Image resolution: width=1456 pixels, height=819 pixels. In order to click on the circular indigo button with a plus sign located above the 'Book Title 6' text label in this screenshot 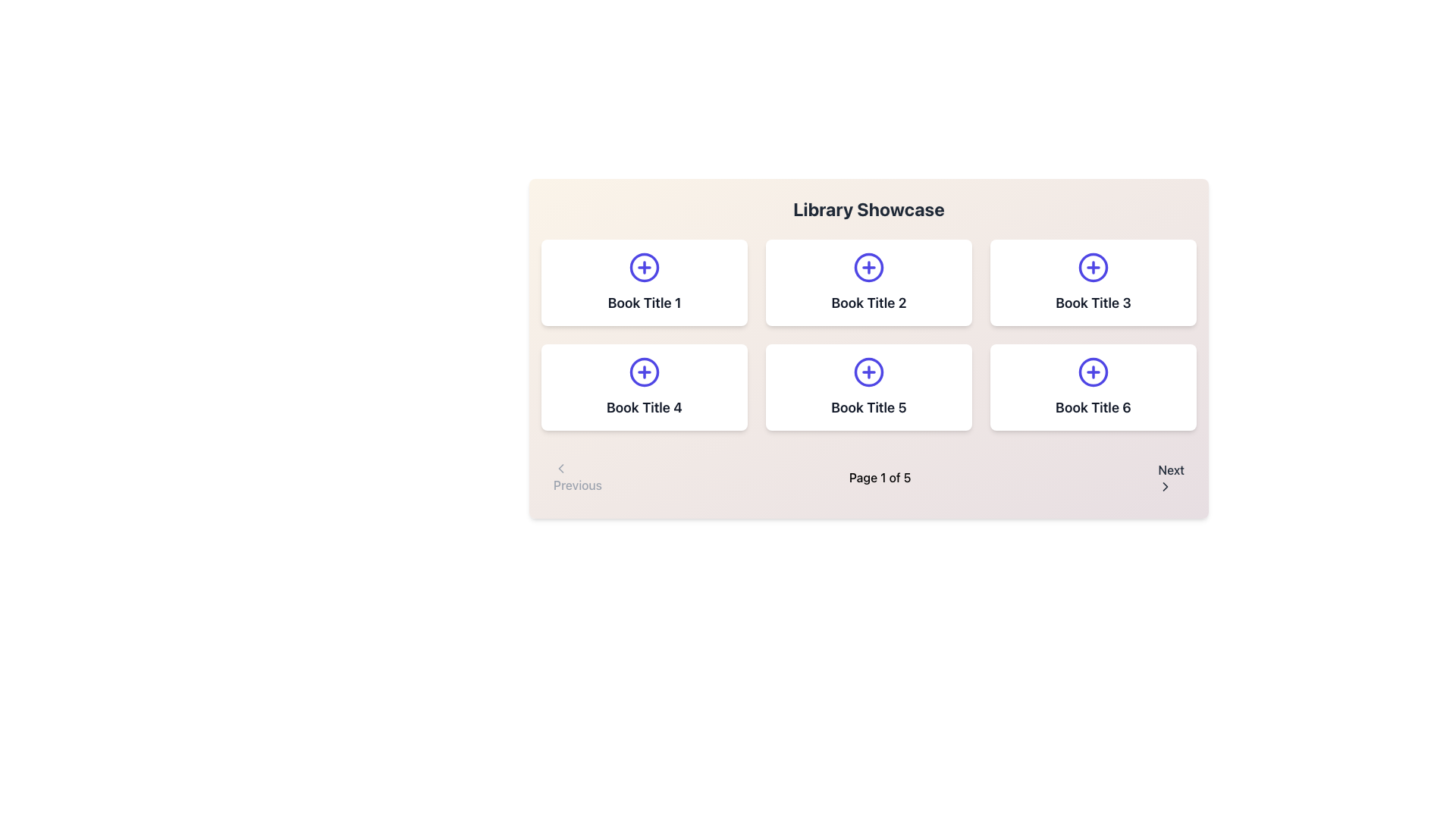, I will do `click(1093, 372)`.